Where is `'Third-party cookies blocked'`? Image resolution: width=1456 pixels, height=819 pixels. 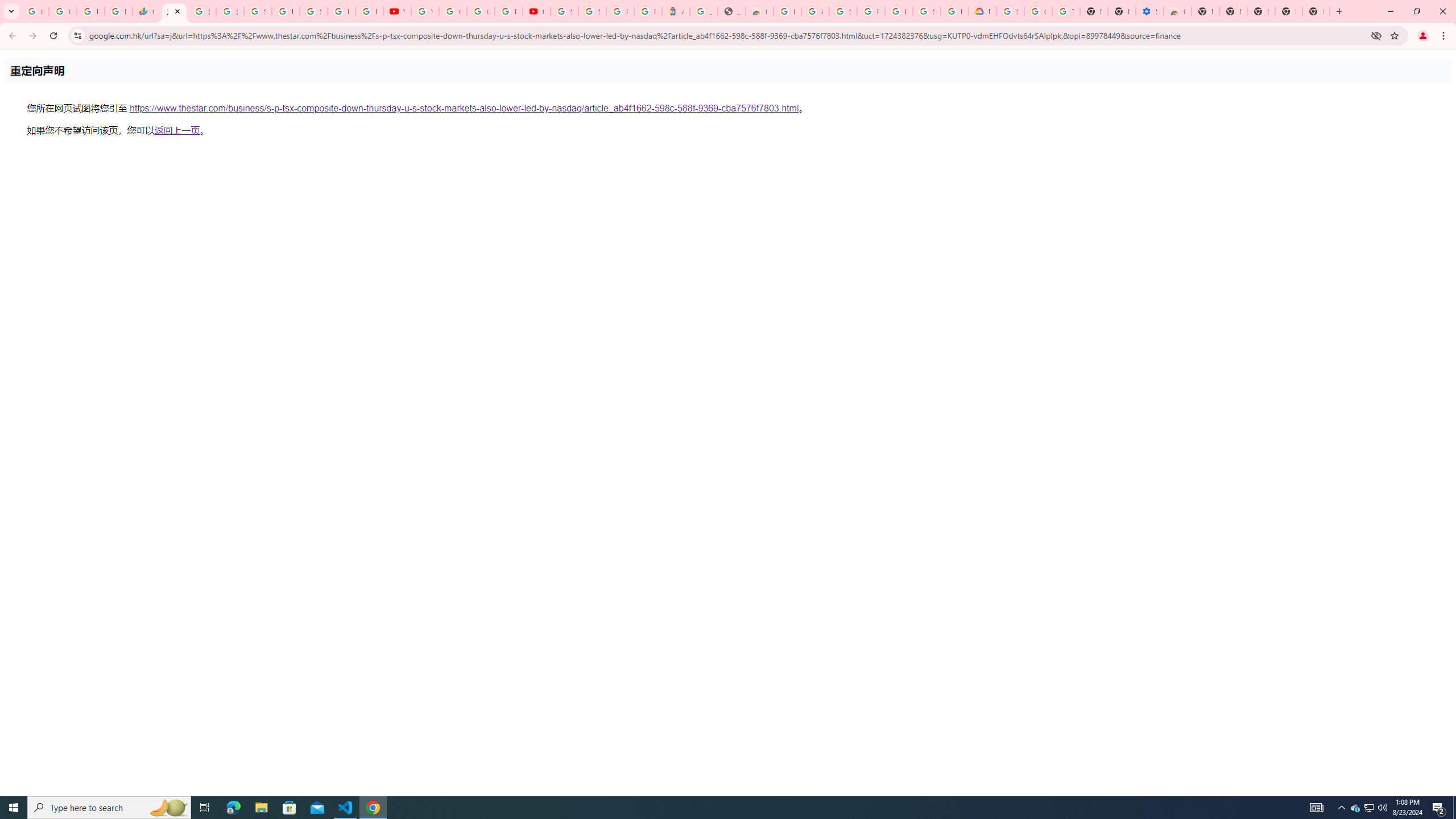
'Third-party cookies blocked' is located at coordinates (1376, 35).